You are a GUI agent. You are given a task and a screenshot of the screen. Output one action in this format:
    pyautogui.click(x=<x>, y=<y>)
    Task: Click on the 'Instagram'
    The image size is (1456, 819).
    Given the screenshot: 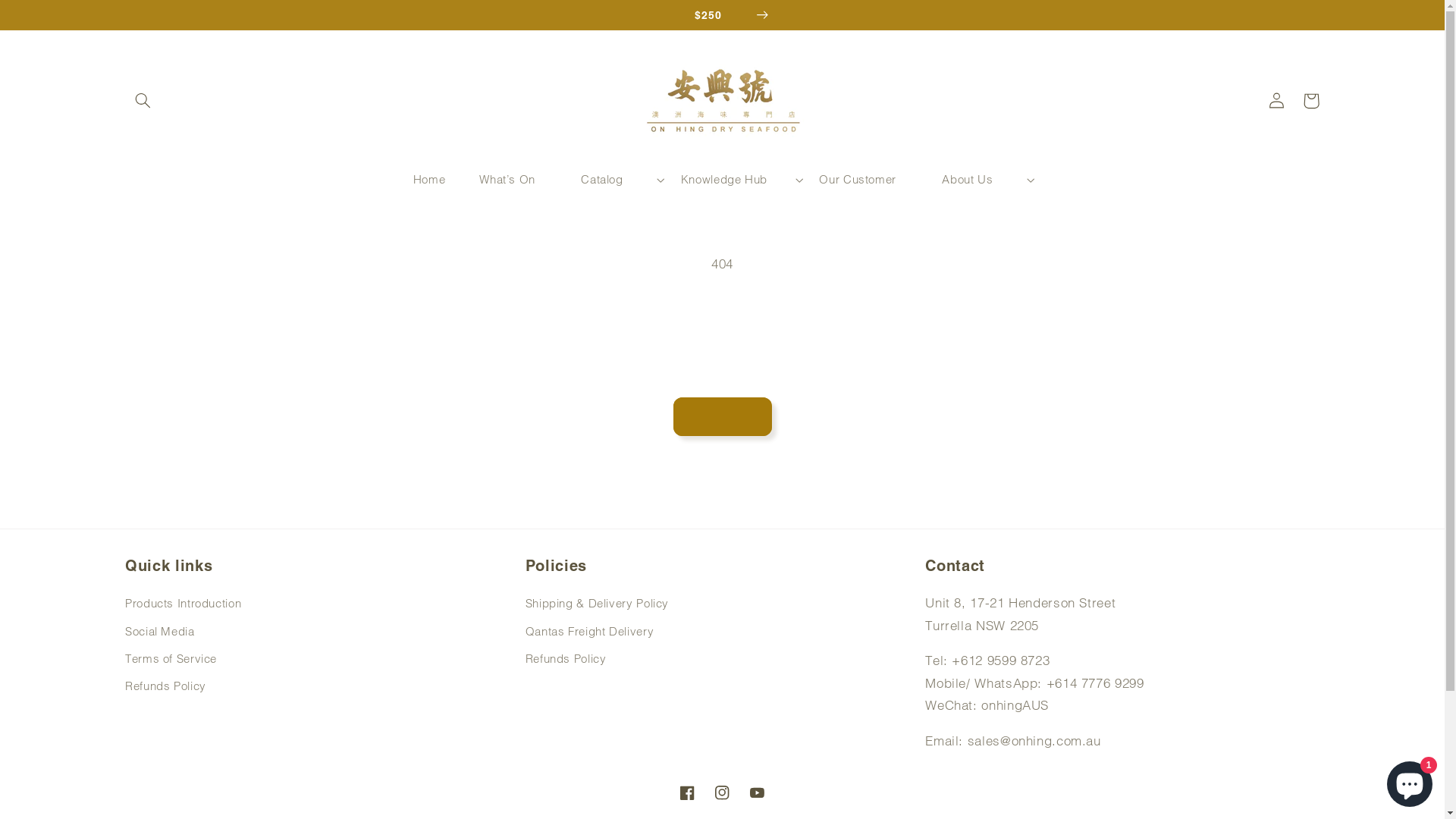 What is the action you would take?
    pyautogui.click(x=720, y=792)
    